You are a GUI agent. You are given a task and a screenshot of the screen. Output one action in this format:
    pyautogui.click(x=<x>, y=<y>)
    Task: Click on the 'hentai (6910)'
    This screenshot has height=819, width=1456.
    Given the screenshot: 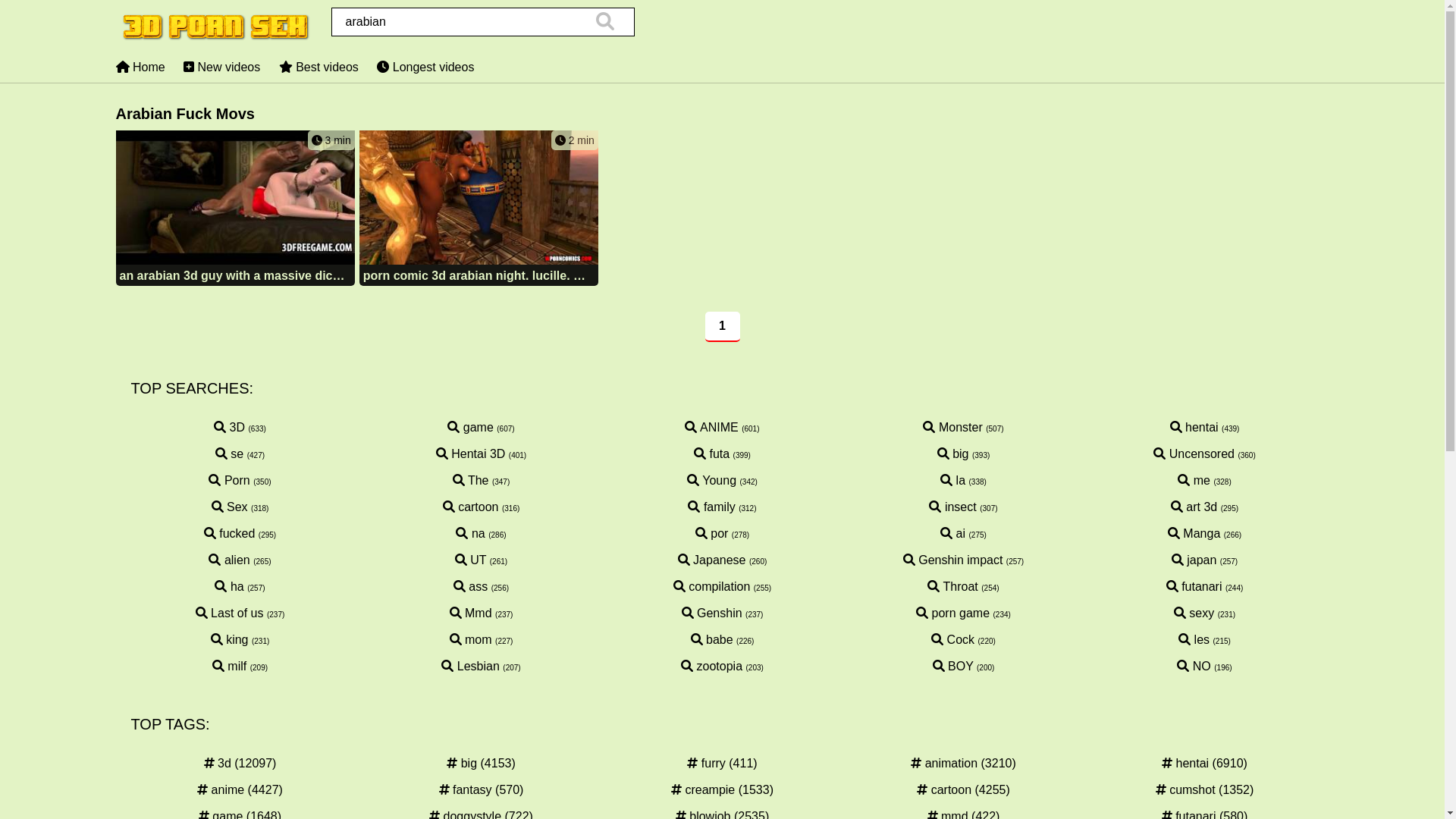 What is the action you would take?
    pyautogui.click(x=1203, y=763)
    